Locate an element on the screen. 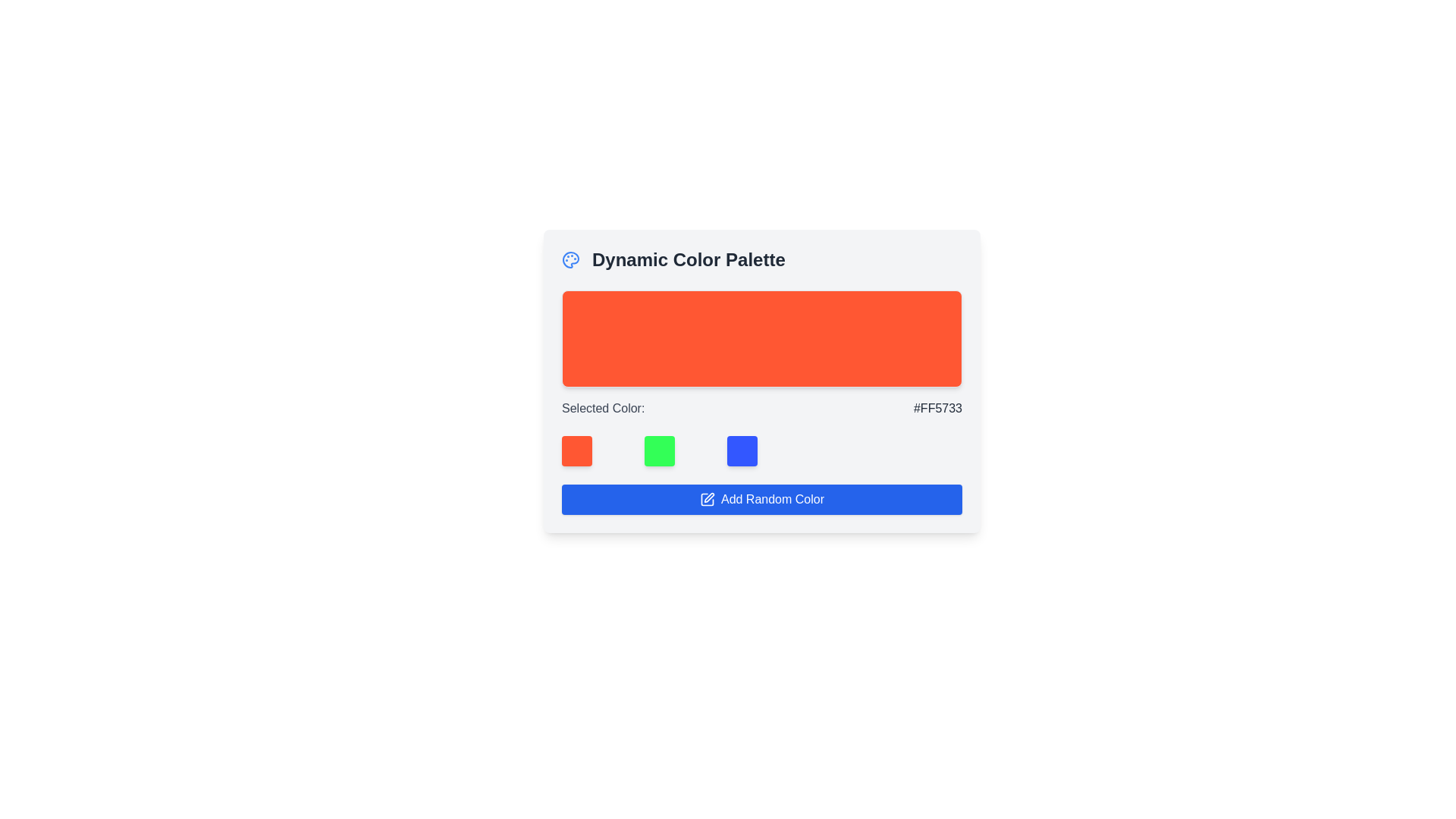 Image resolution: width=1456 pixels, height=819 pixels. the pencil icon on the notepad with a blue background located on the left side of the 'Add Random Color' button at the bottom center of the interface is located at coordinates (706, 500).